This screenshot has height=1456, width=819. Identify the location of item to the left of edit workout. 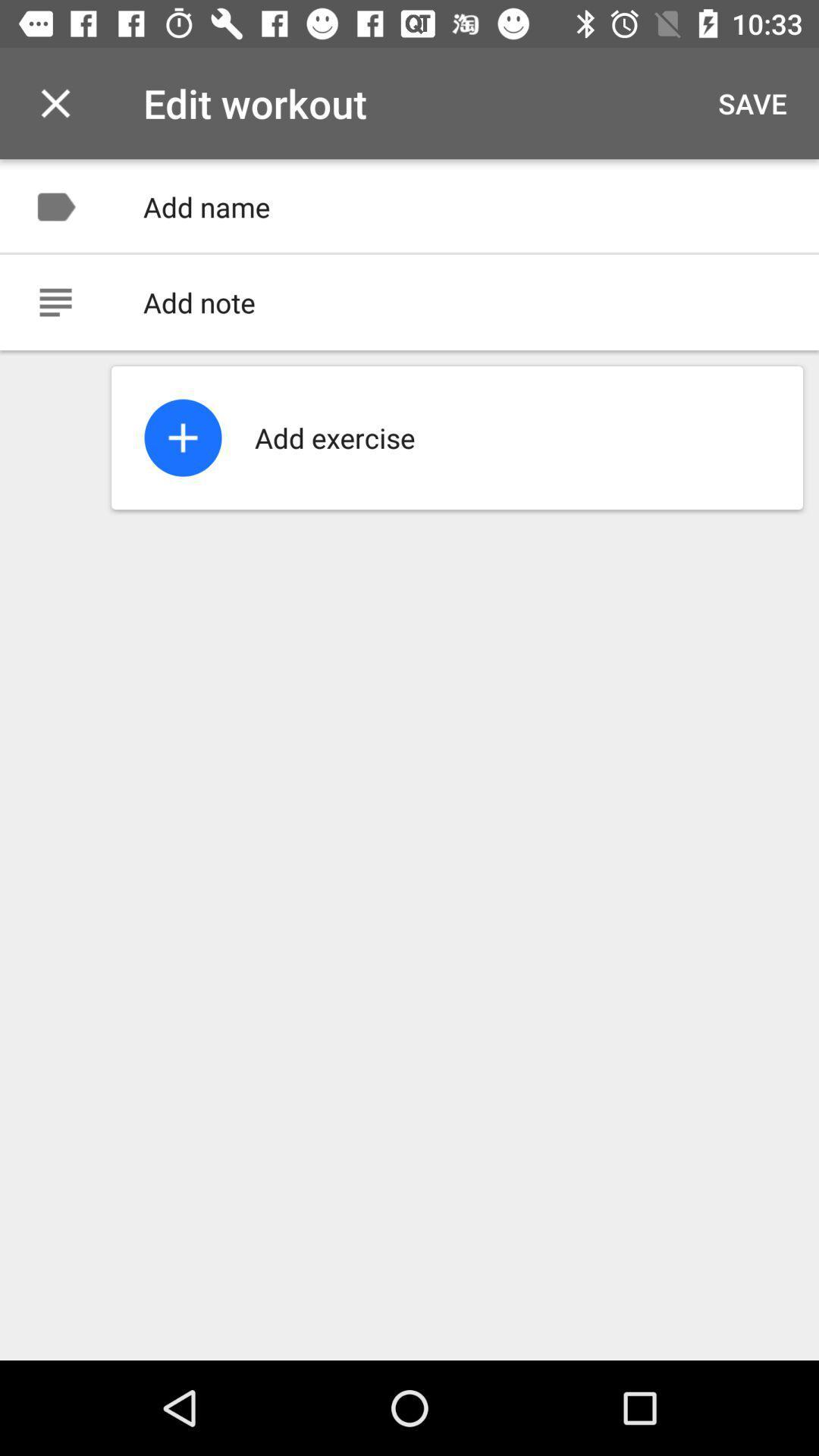
(55, 102).